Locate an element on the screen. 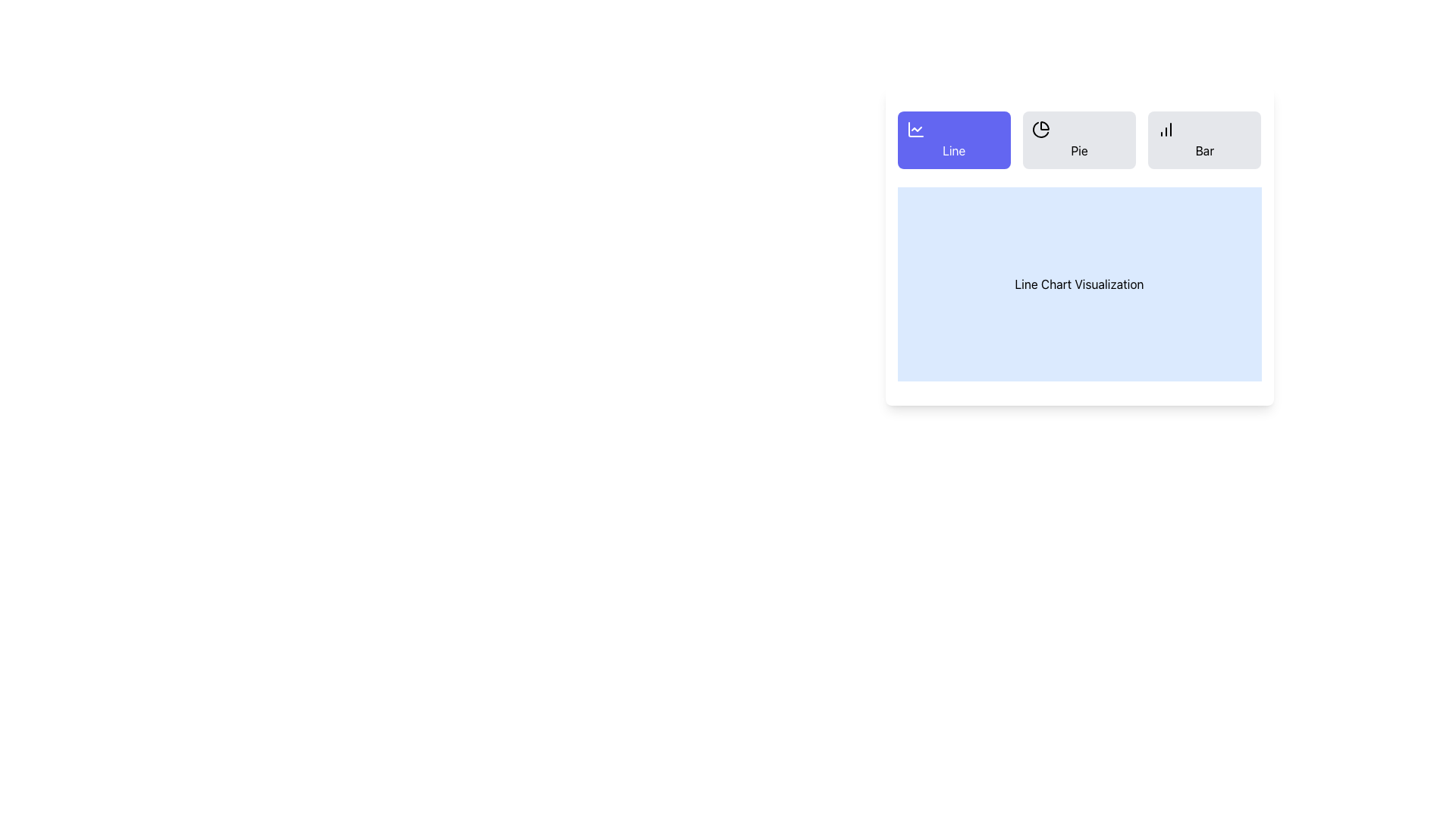  the 'Line' button which contains the line chart SVG icon for selecting the chart type is located at coordinates (915, 128).